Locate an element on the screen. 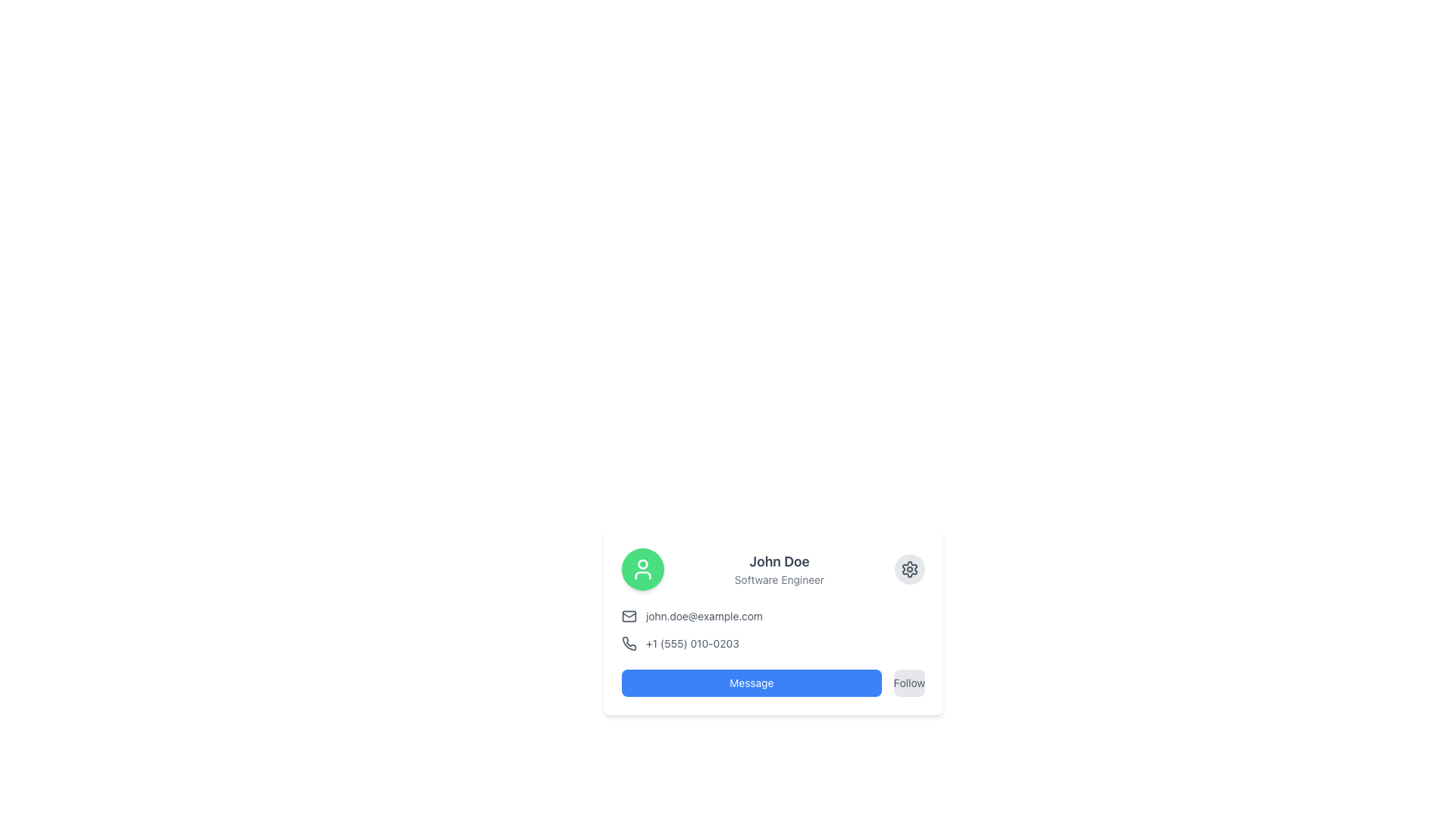 The image size is (1456, 819). the text label that conveys the professional title or role of 'John Doe' in the profile card, which is centrally aligned beneath the name is located at coordinates (779, 579).